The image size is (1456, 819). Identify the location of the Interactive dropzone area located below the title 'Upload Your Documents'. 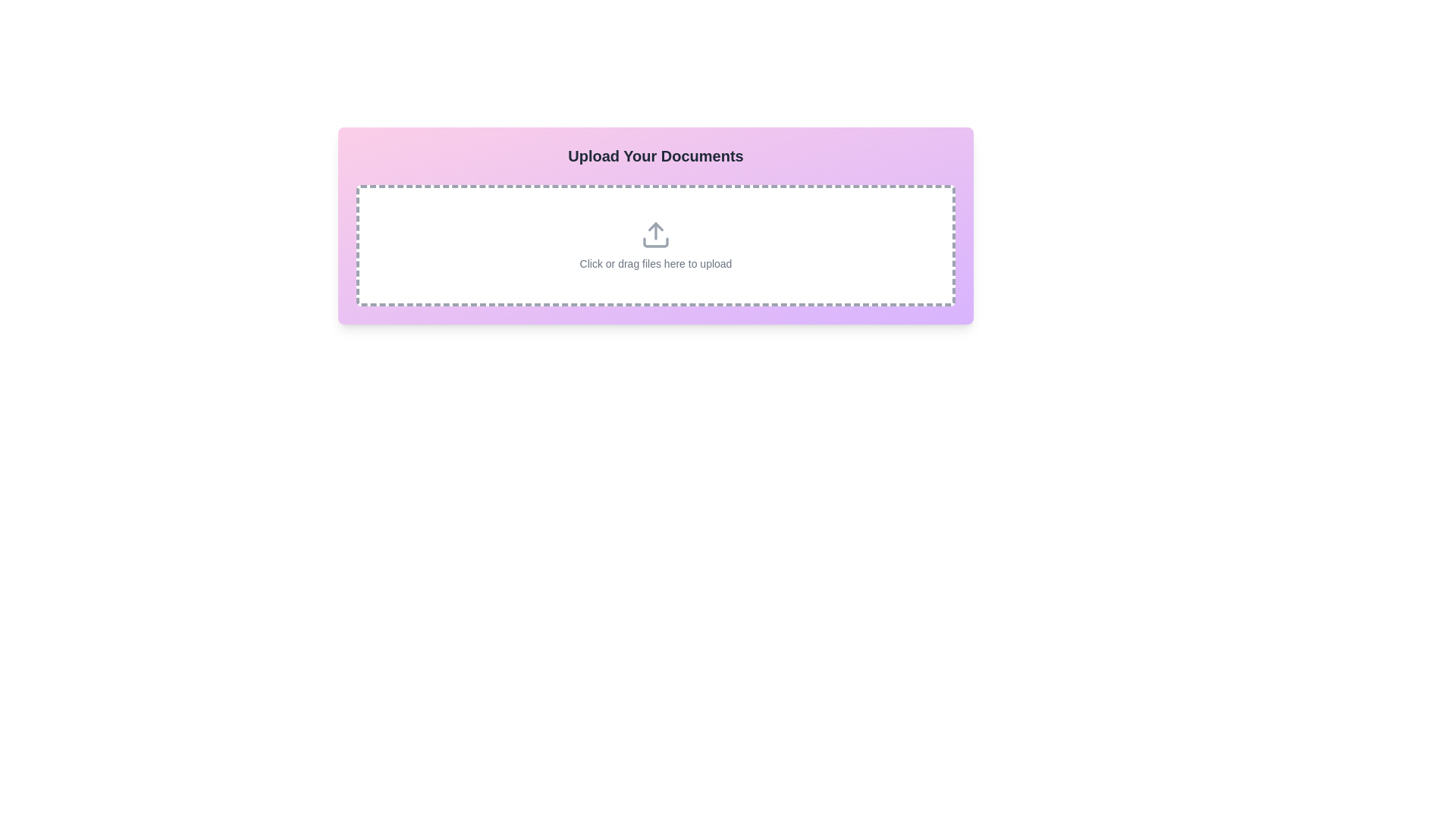
(655, 245).